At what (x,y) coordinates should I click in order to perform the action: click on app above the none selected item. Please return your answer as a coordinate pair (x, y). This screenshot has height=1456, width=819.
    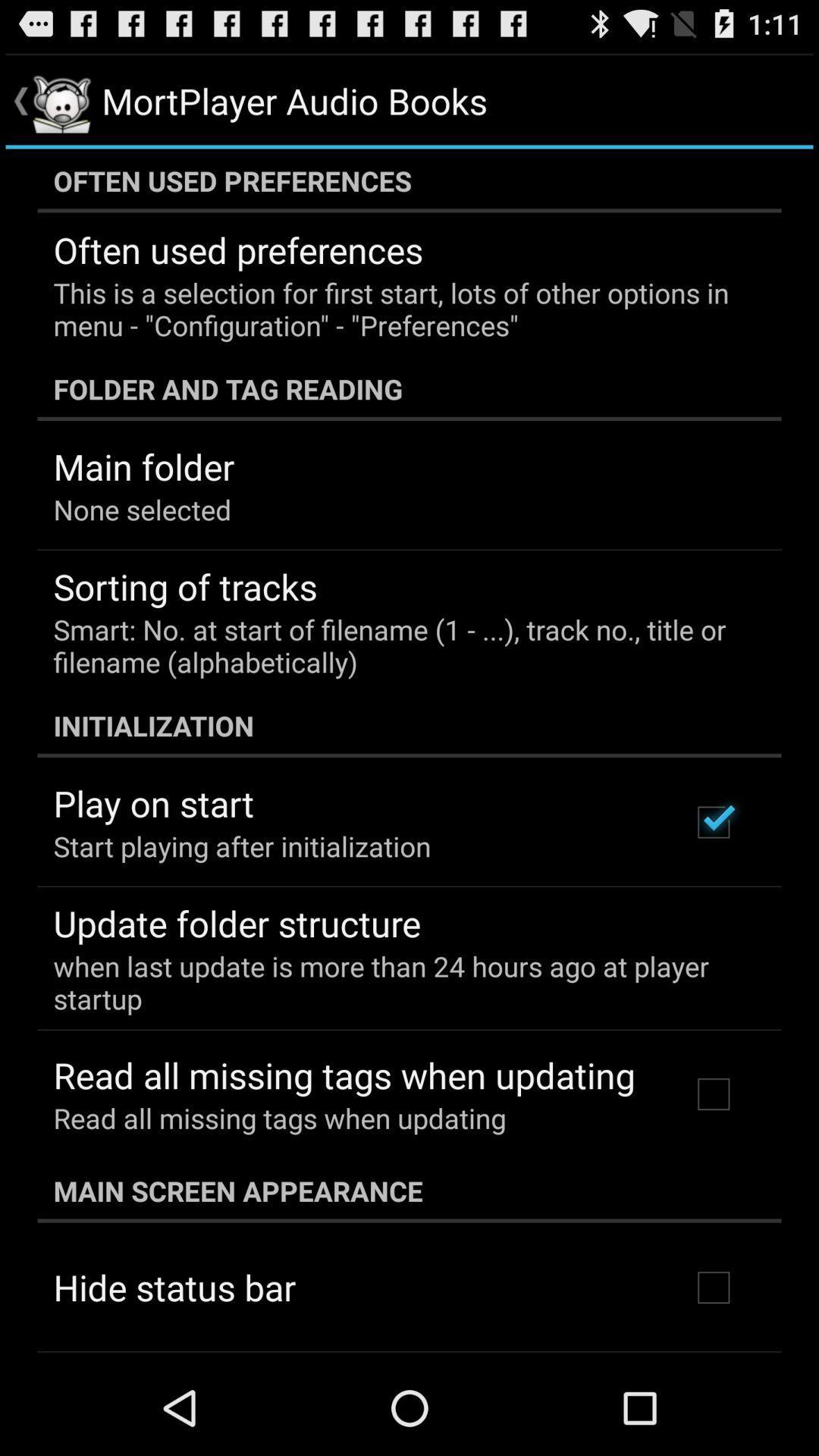
    Looking at the image, I should click on (143, 466).